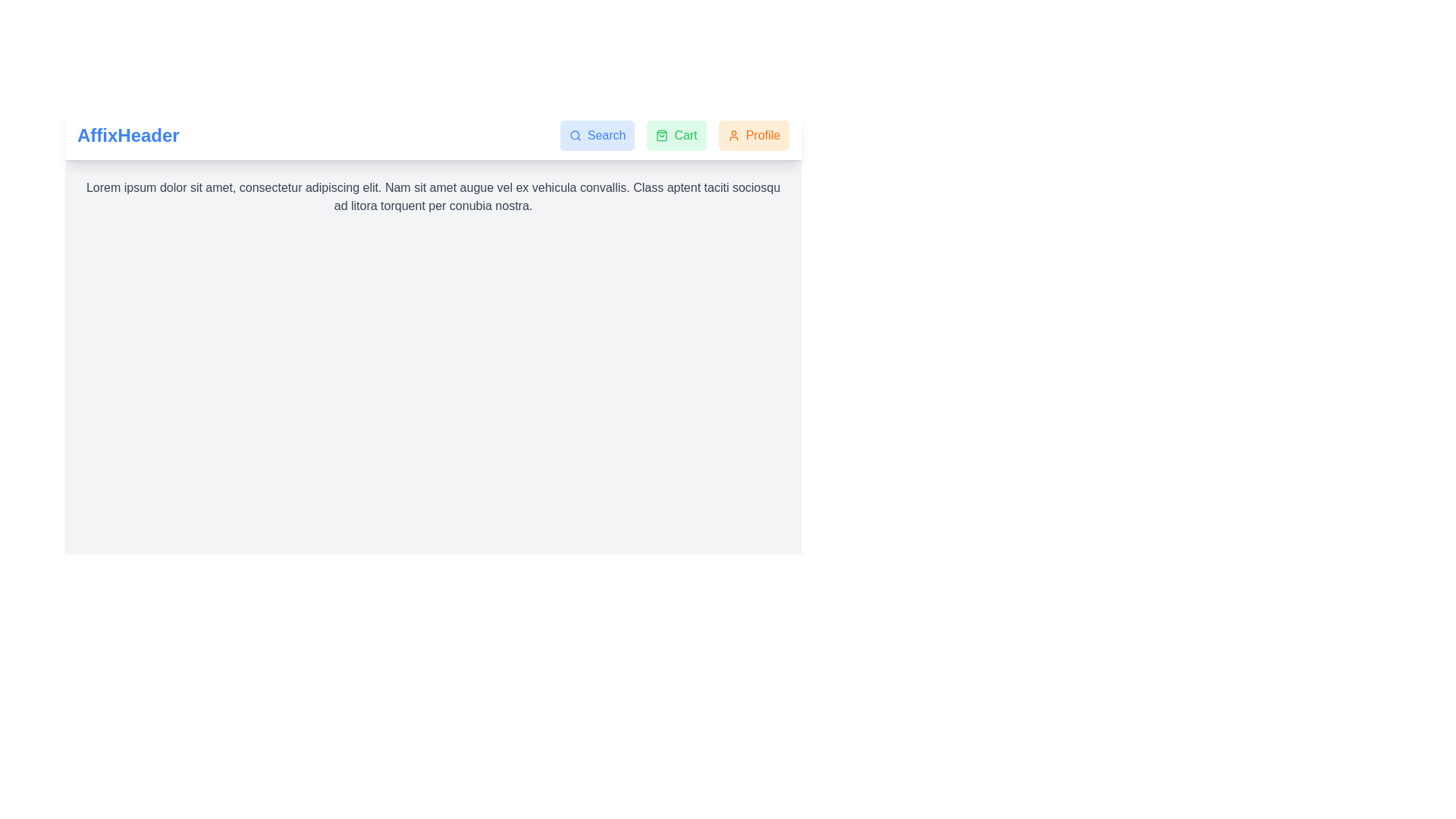 Image resolution: width=1456 pixels, height=819 pixels. Describe the element at coordinates (662, 134) in the screenshot. I see `the shopping bag icon located in the 'Cart' button group` at that location.